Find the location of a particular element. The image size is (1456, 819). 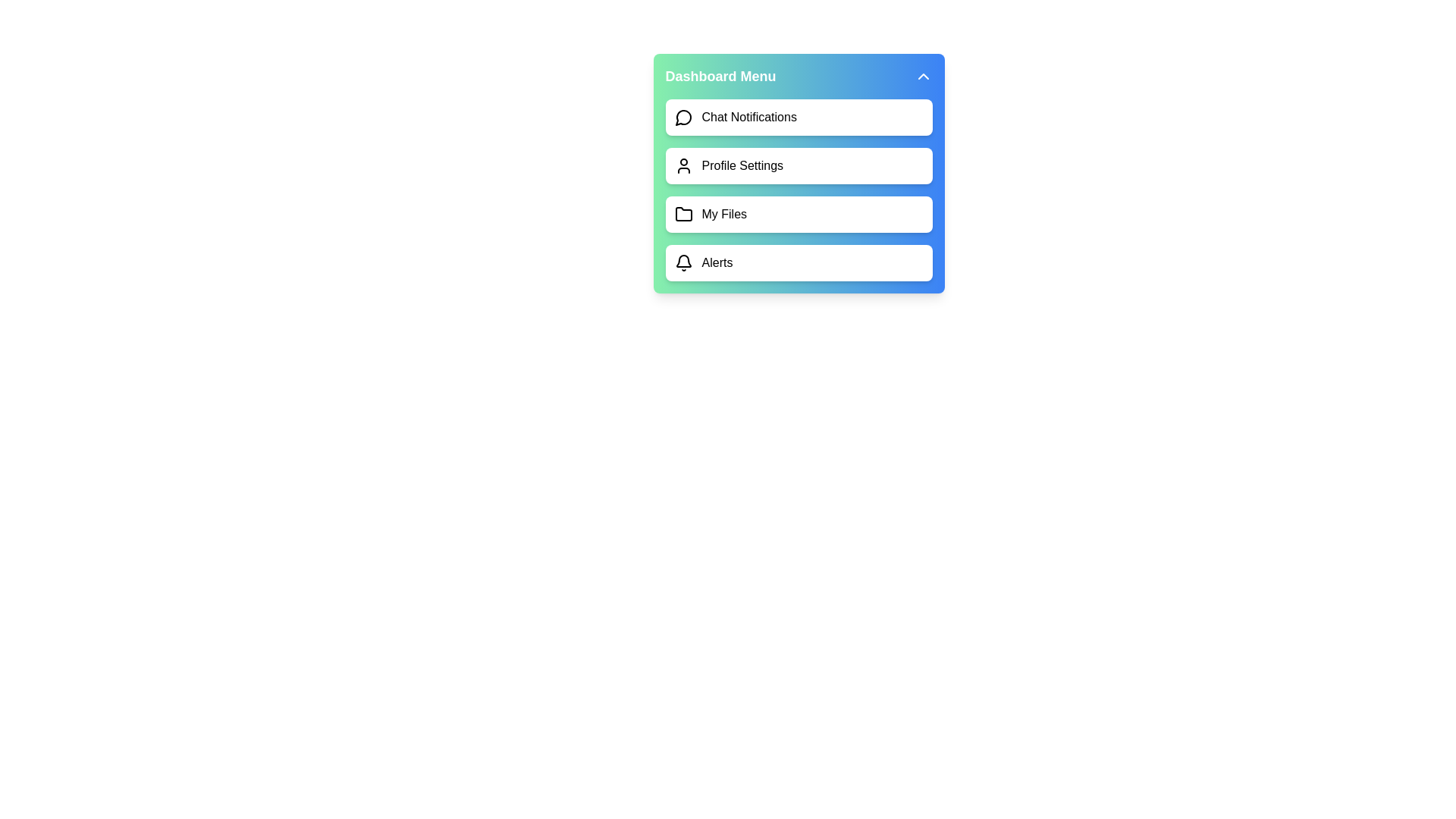

the icon corresponding to Chat Notifications is located at coordinates (682, 116).